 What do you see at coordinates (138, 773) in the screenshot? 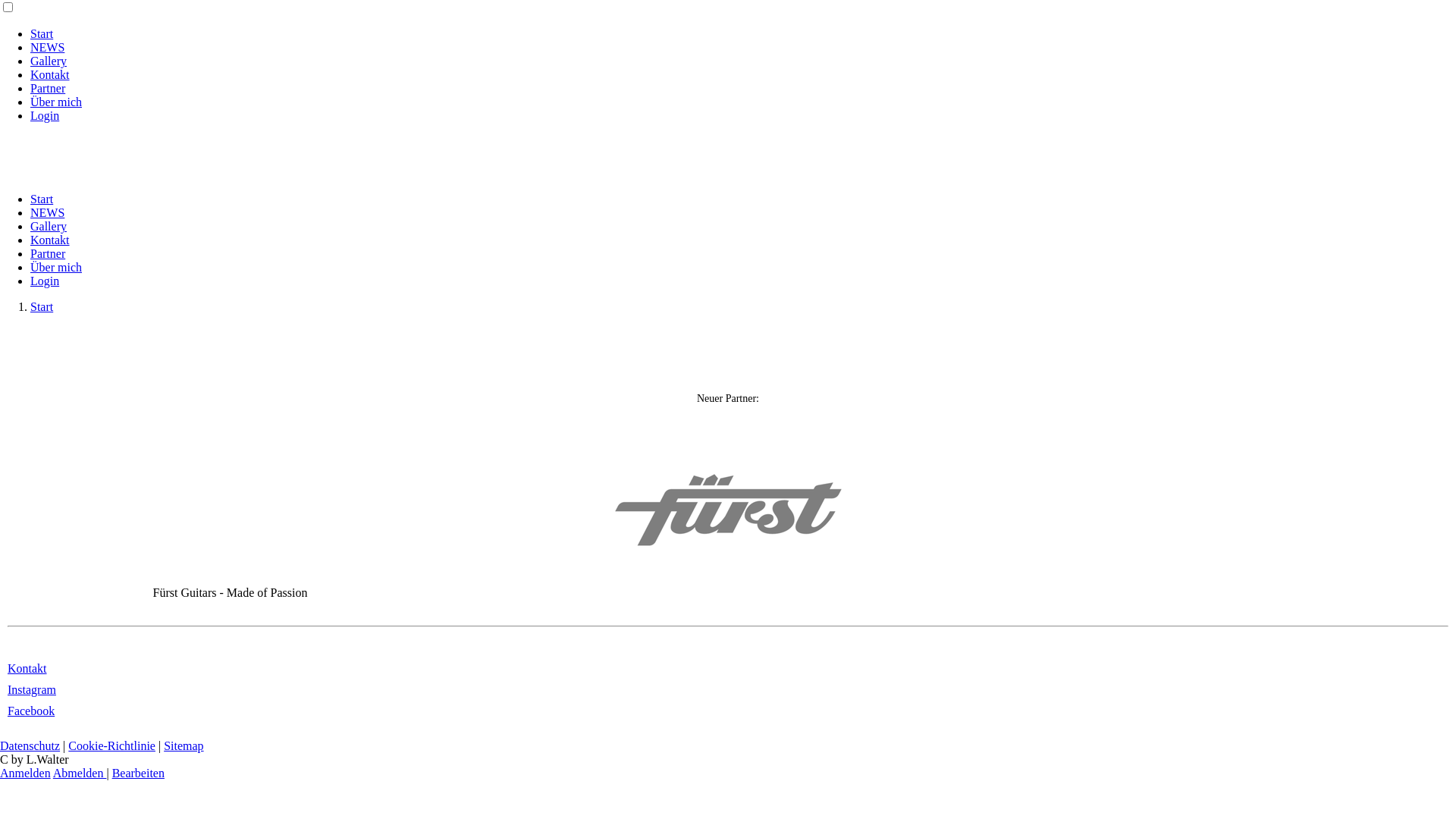
I see `'Bearbeiten'` at bounding box center [138, 773].